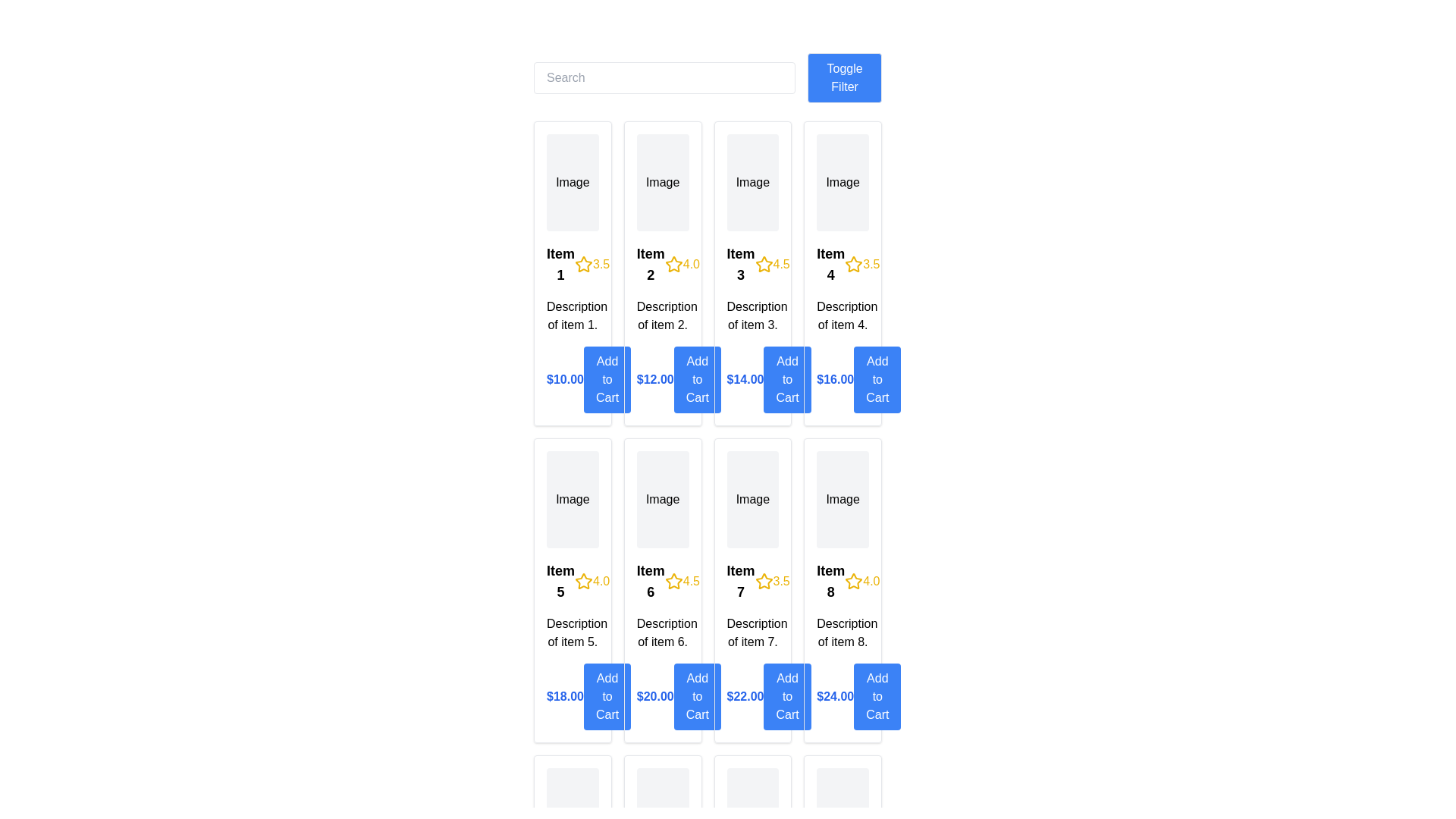 Image resolution: width=1456 pixels, height=819 pixels. What do you see at coordinates (877, 379) in the screenshot?
I see `the 'Add to Cart' button, which is a rectangular button with rounded corners, blue background, and white text centered within it` at bounding box center [877, 379].